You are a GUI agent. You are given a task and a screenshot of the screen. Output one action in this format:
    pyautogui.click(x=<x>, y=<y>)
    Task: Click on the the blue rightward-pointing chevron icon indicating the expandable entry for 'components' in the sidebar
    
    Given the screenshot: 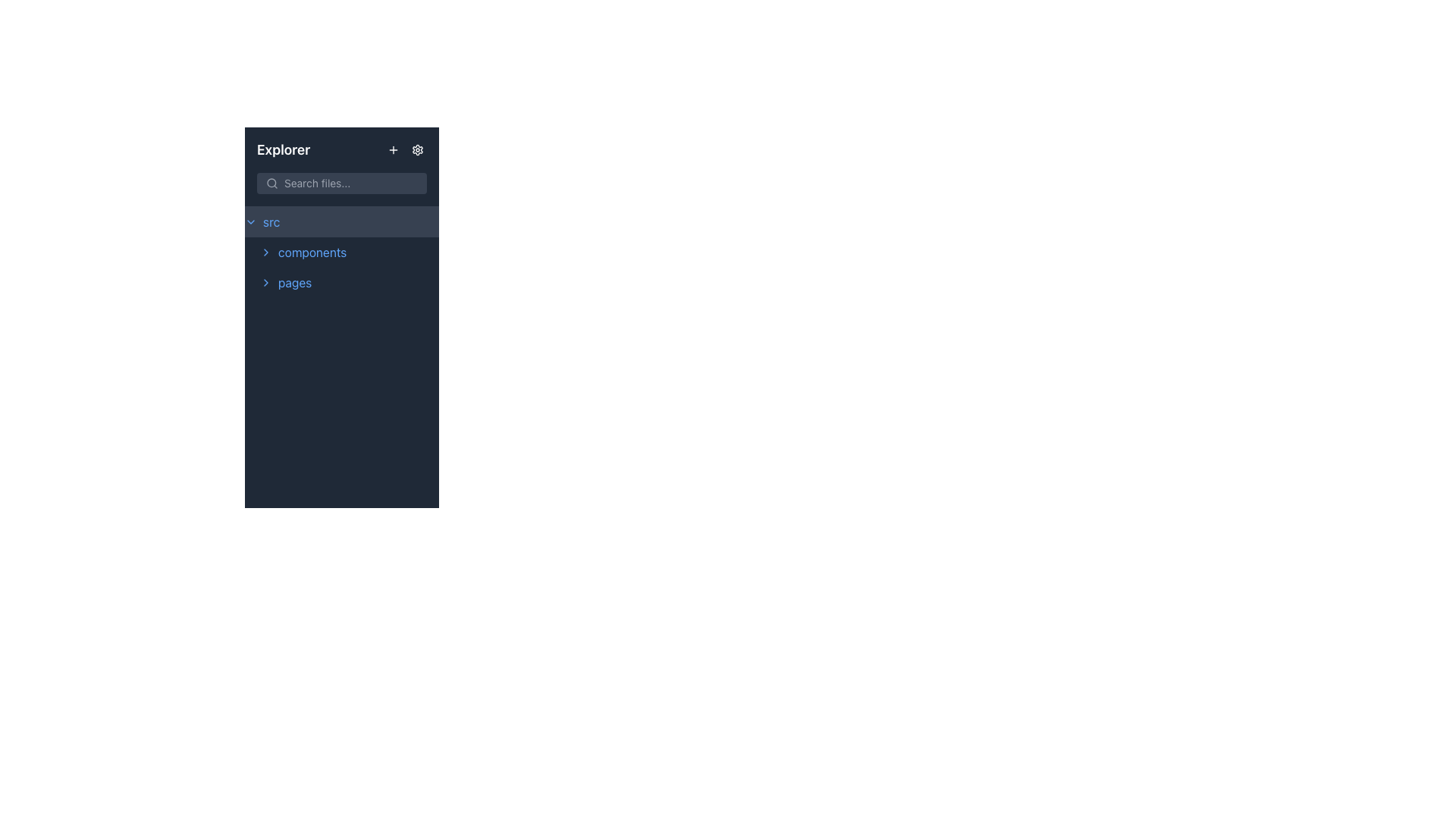 What is the action you would take?
    pyautogui.click(x=265, y=251)
    